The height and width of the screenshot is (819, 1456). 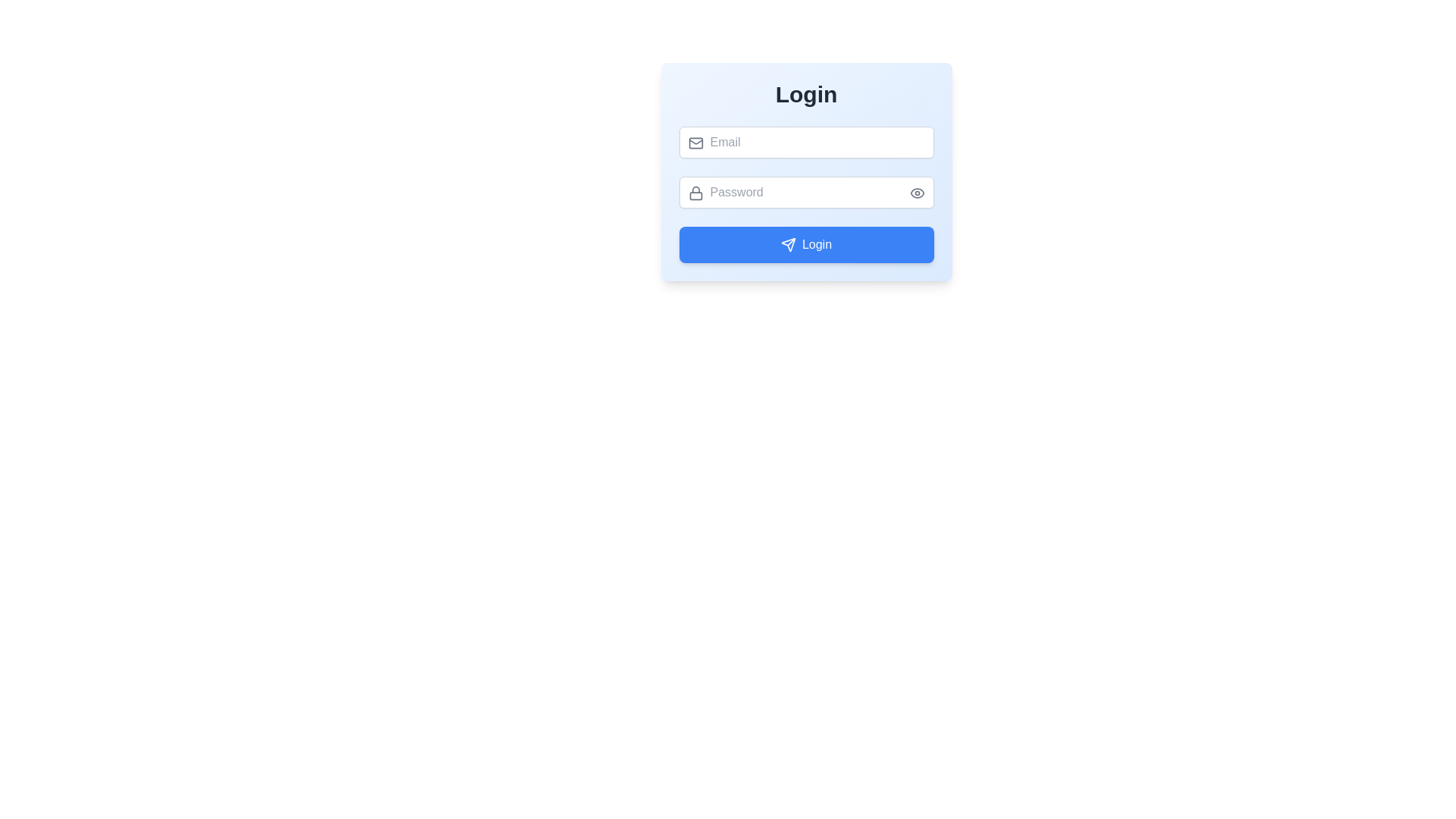 What do you see at coordinates (805, 192) in the screenshot?
I see `the Password input field located beneath the Email input field and above the Login button in the Login form for potential visual feedback` at bounding box center [805, 192].